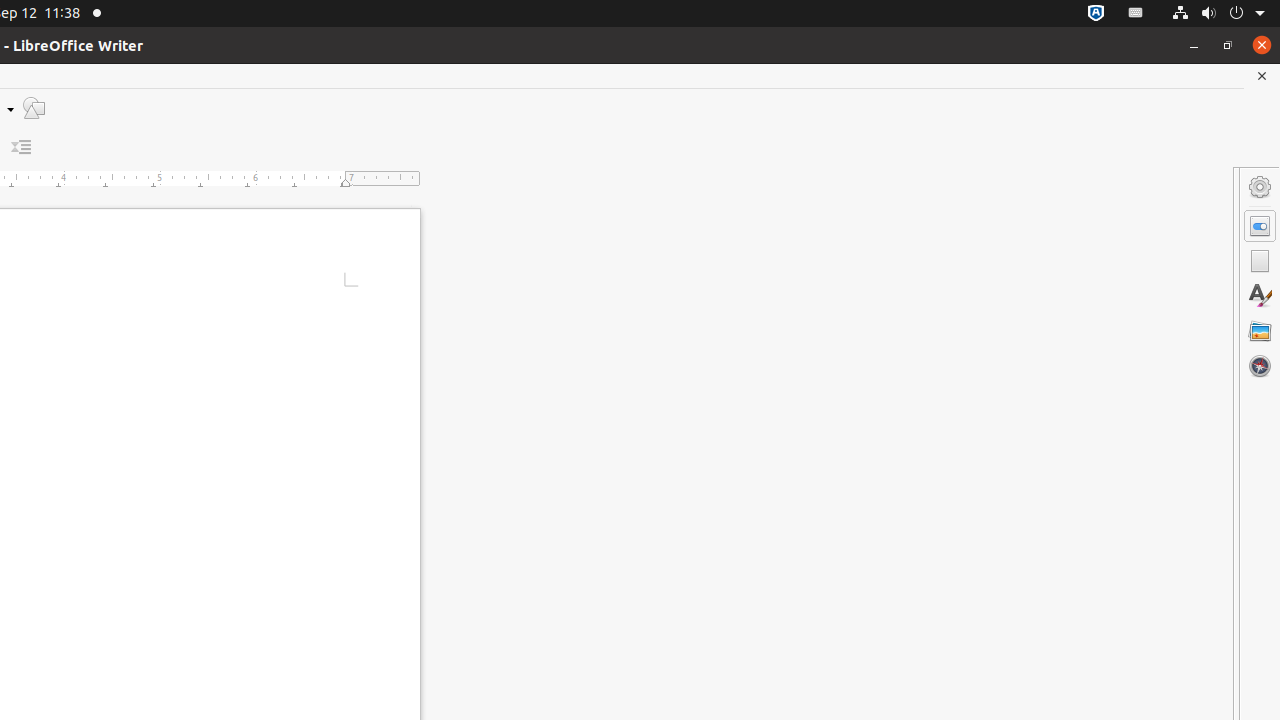 The height and width of the screenshot is (720, 1280). What do you see at coordinates (1259, 365) in the screenshot?
I see `'Navigator'` at bounding box center [1259, 365].